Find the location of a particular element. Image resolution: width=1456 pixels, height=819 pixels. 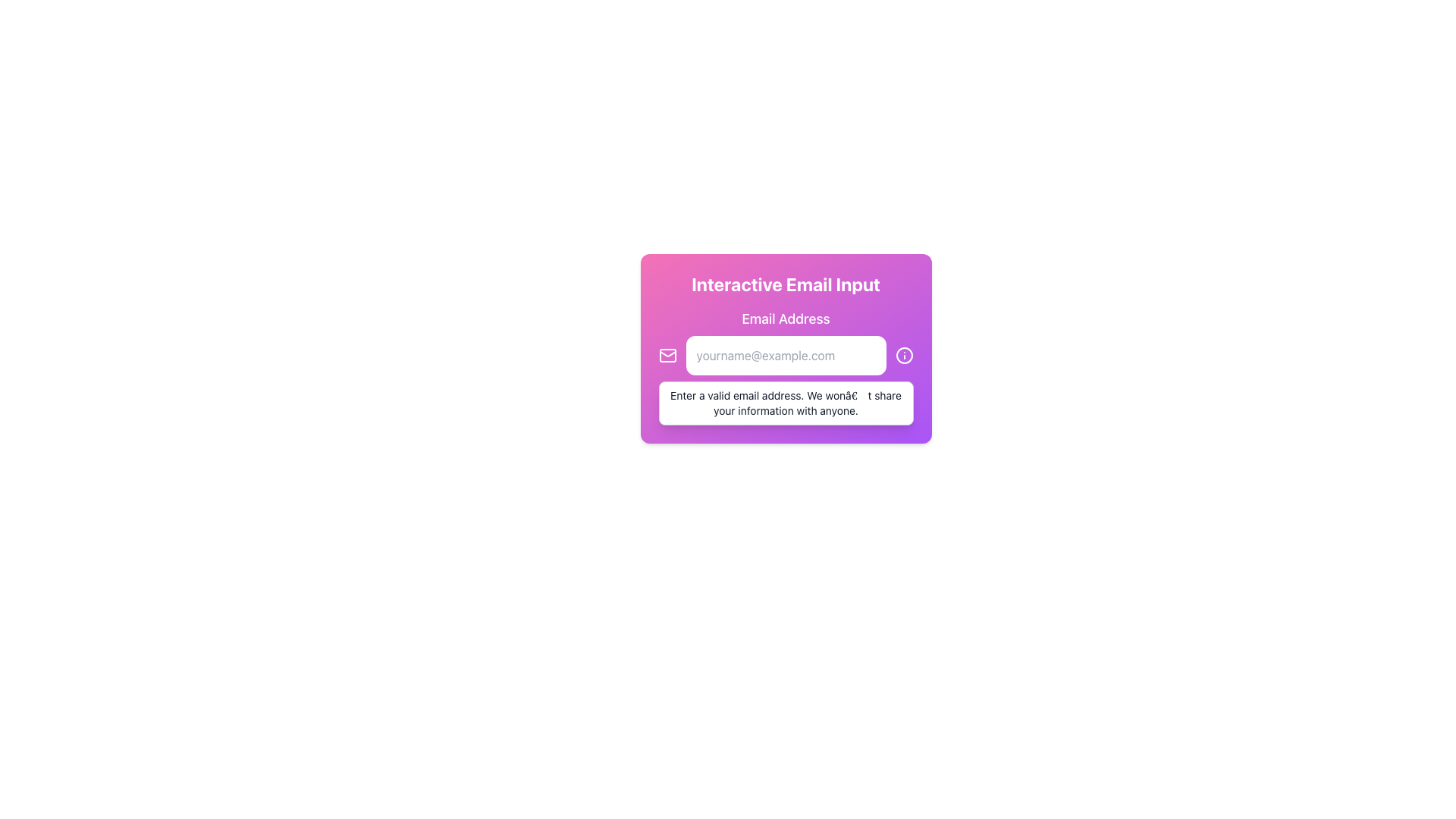

the stylized envelope icon component located on the left side of the email input field to interact with it is located at coordinates (667, 356).